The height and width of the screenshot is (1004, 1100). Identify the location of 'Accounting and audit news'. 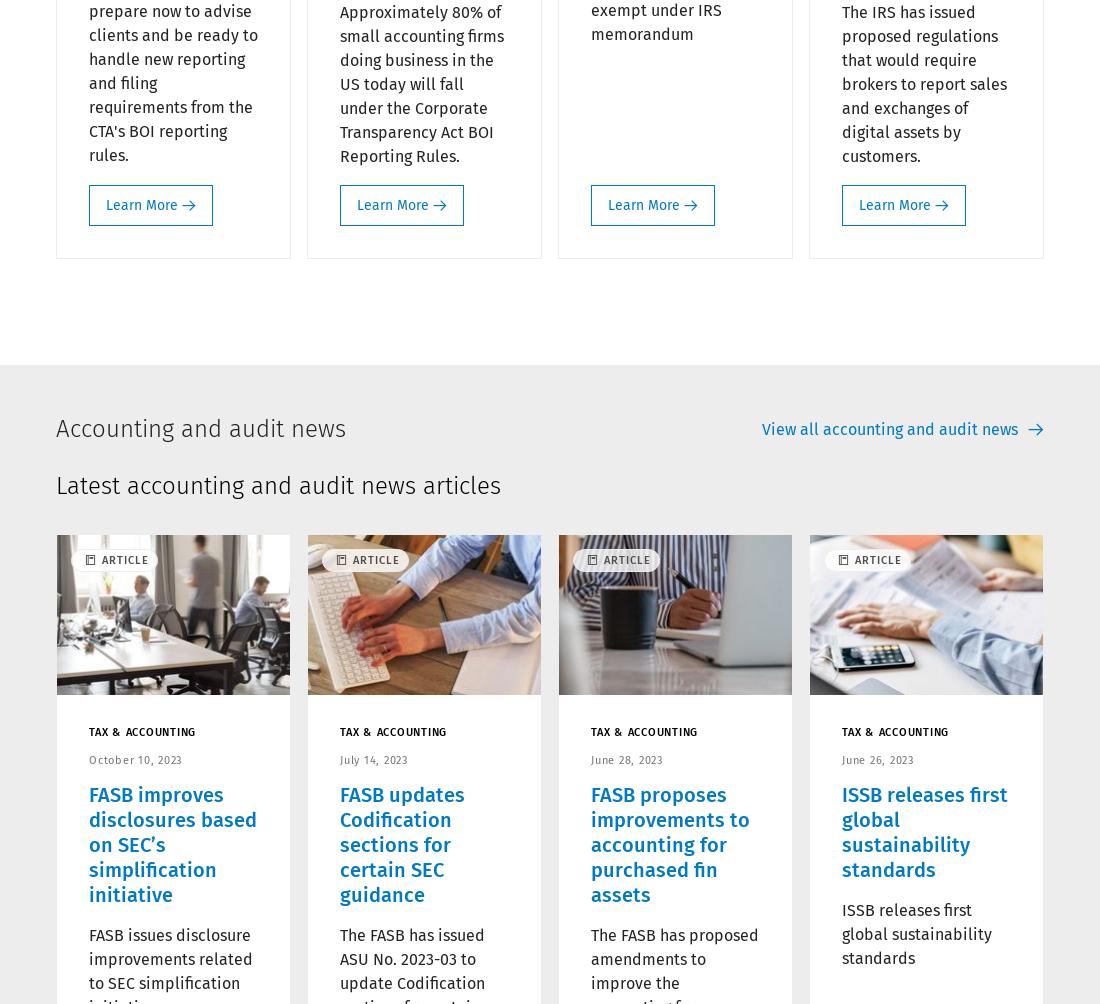
(199, 427).